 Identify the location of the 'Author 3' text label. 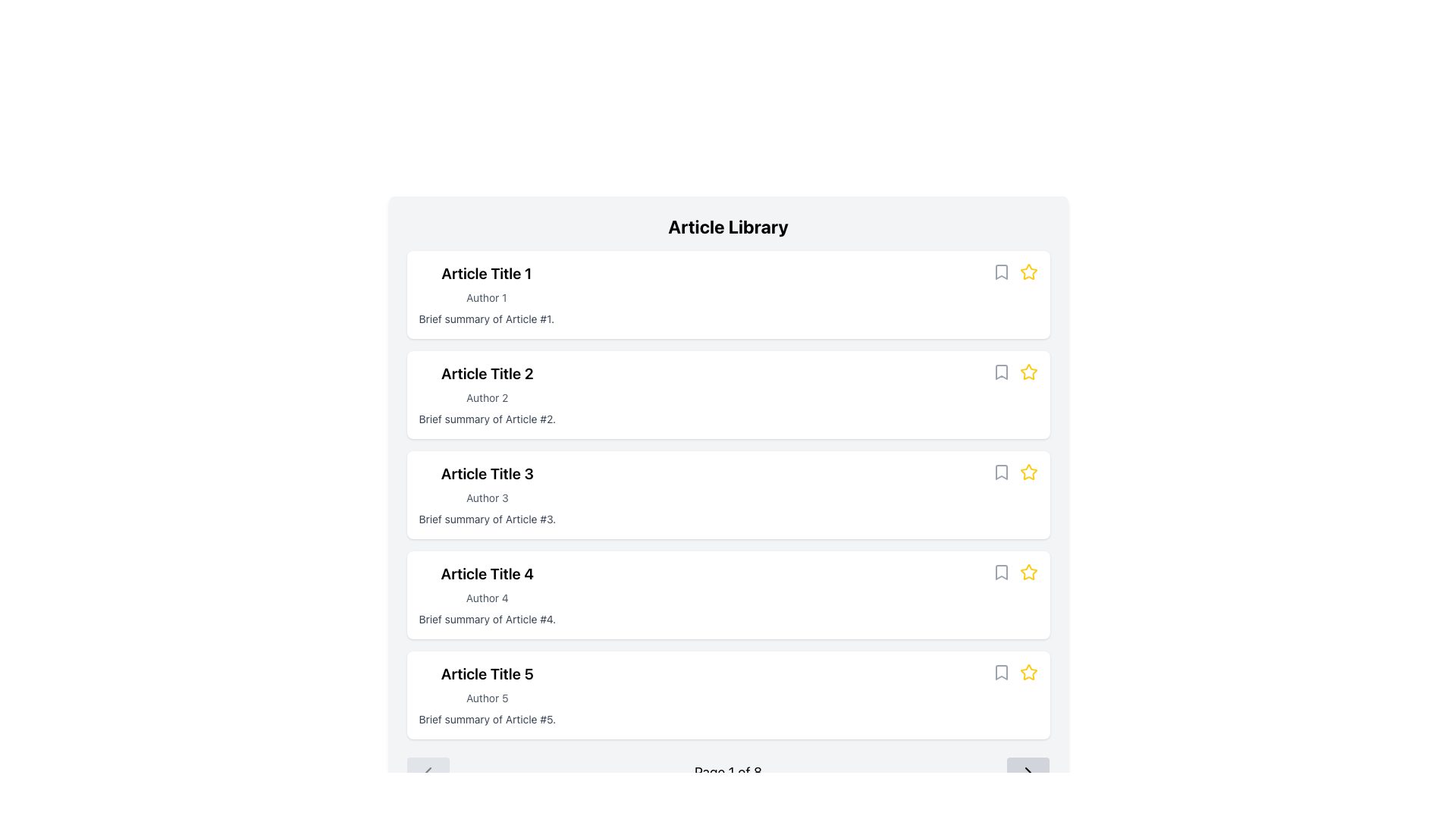
(487, 497).